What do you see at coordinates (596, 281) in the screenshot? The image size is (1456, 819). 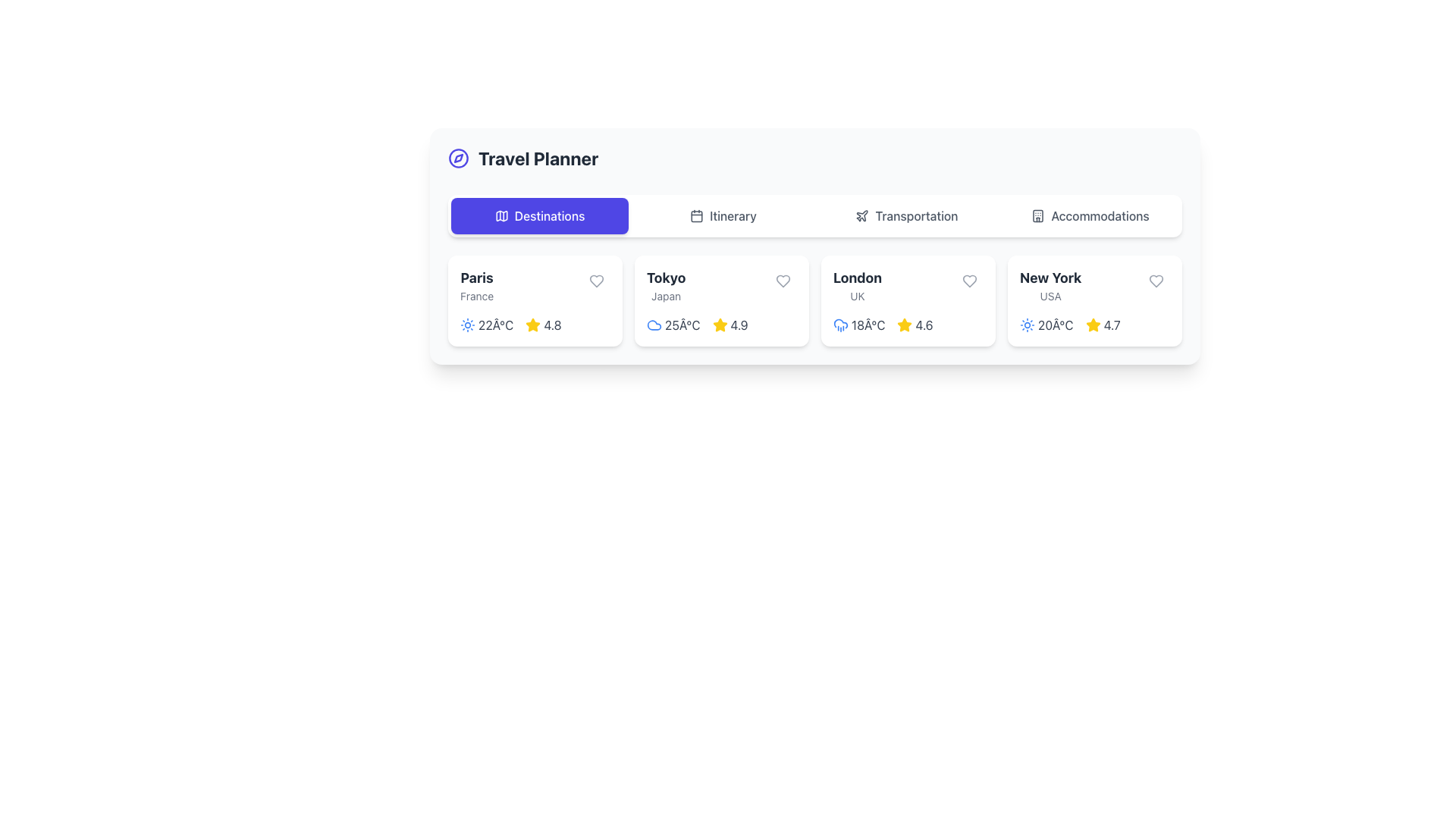 I see `the button located in the top-right corner of the 'Paris, France' card to favorite or unfavorite the destination` at bounding box center [596, 281].